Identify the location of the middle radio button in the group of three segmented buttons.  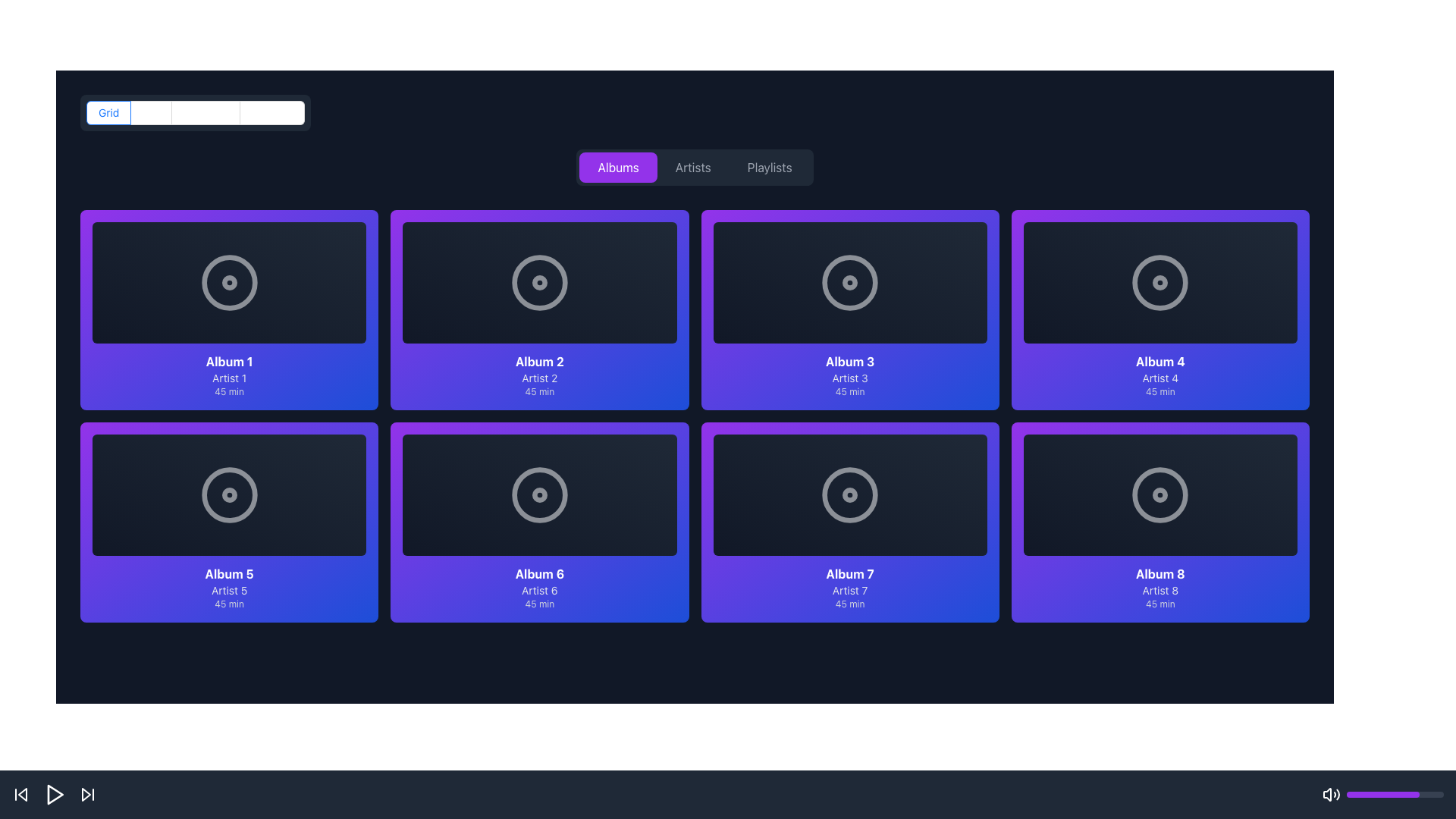
(151, 112).